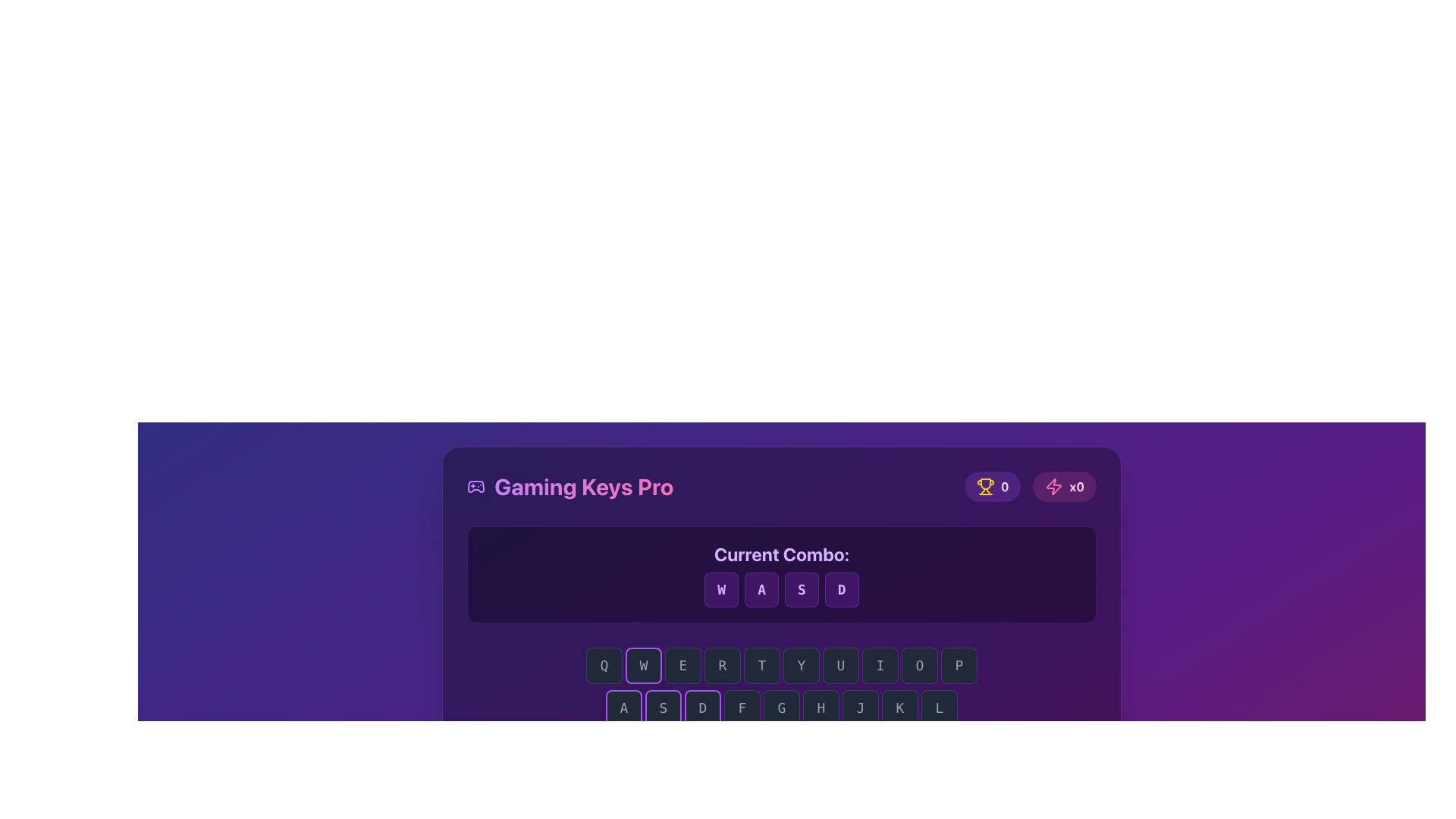 Image resolution: width=1456 pixels, height=819 pixels. Describe the element at coordinates (644, 665) in the screenshot. I see `the square button with a dark gray background and a purple border, containing the letter 'W' in light gray, which is the second button in a row of letters 'QWERTYUIOP'` at that location.